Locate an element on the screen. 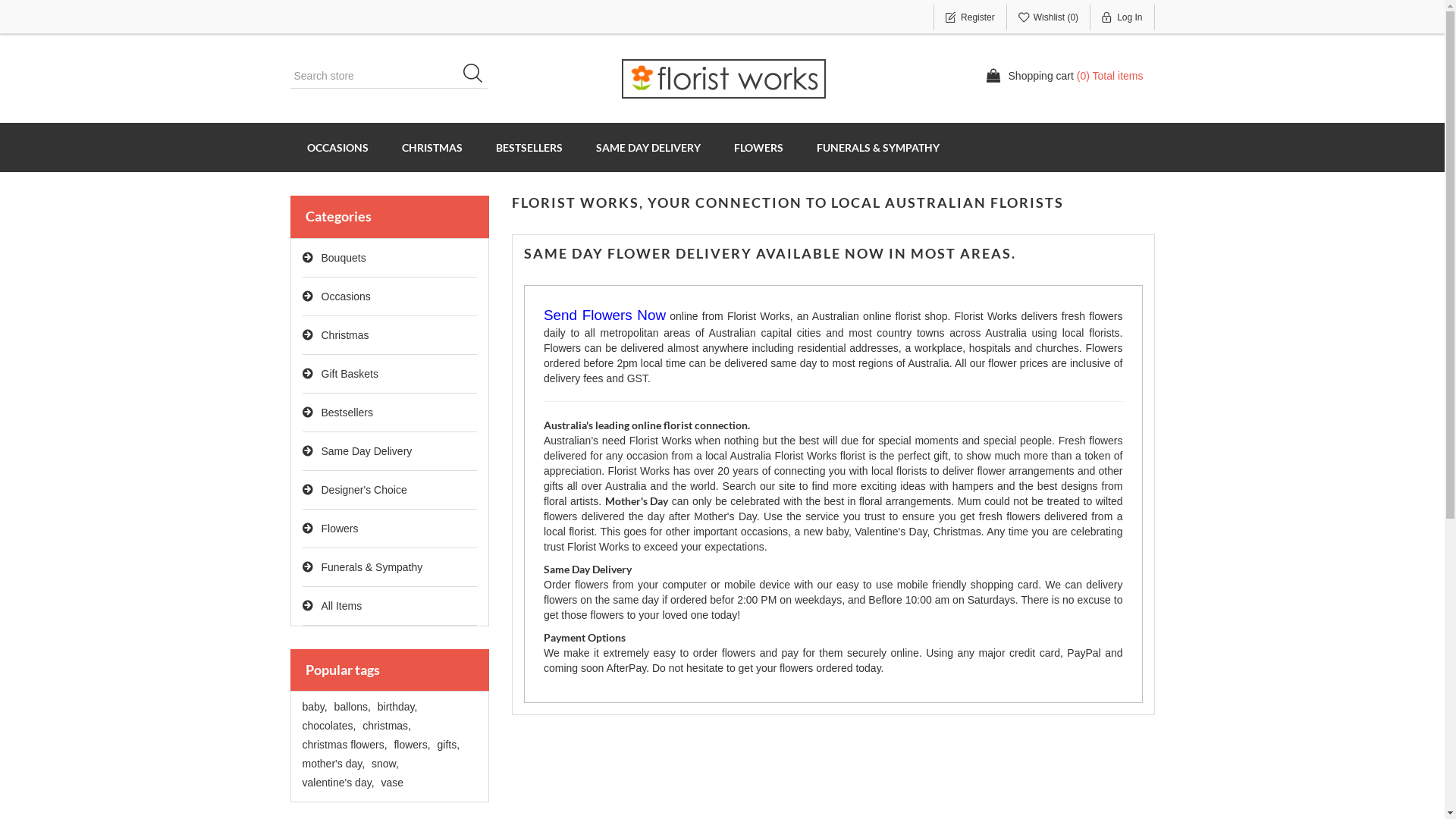  'Register' is located at coordinates (969, 17).